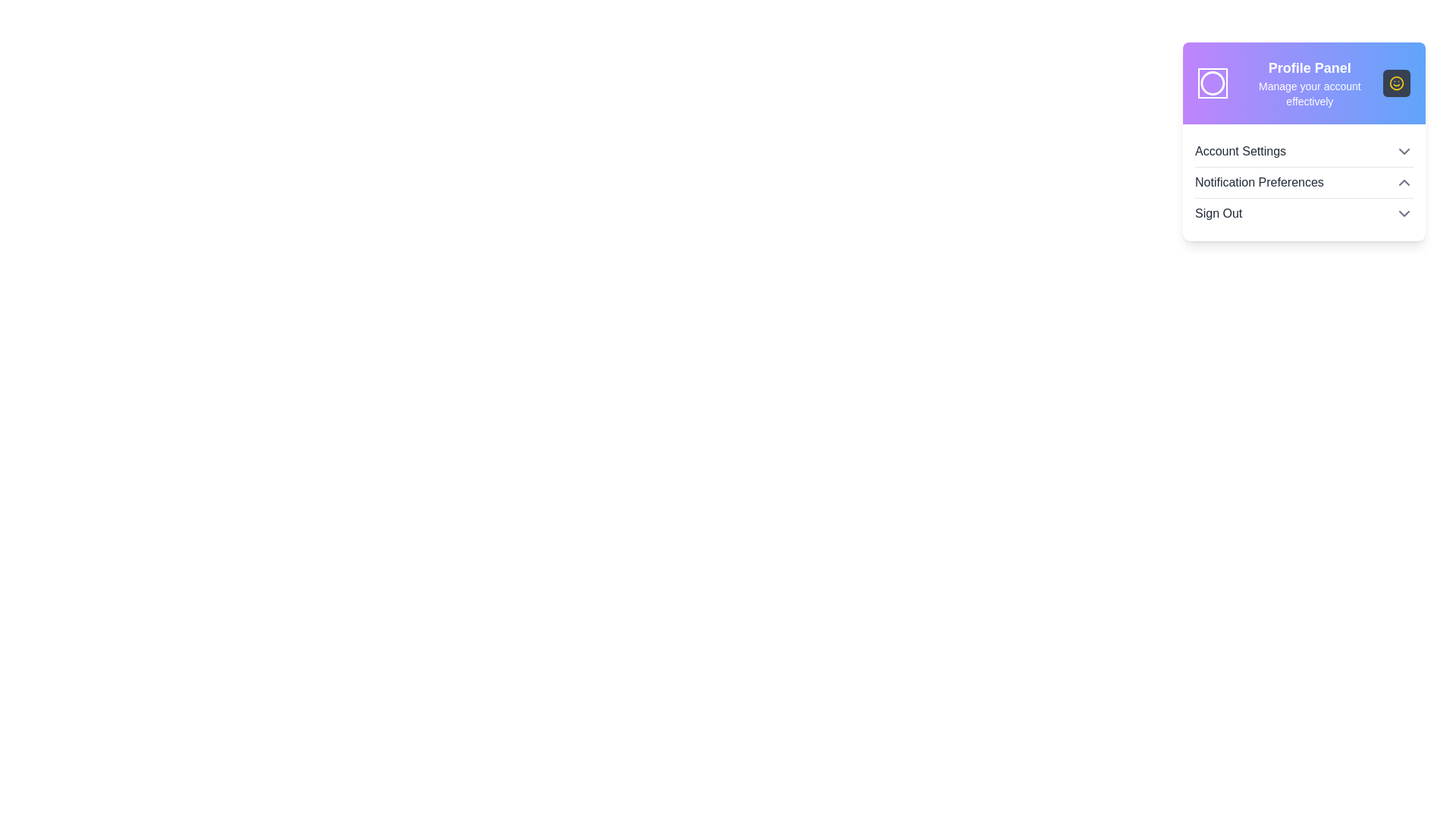 The height and width of the screenshot is (819, 1456). Describe the element at coordinates (1396, 83) in the screenshot. I see `the outermost circular component of the SVG circle located to the right side of the panel header` at that location.